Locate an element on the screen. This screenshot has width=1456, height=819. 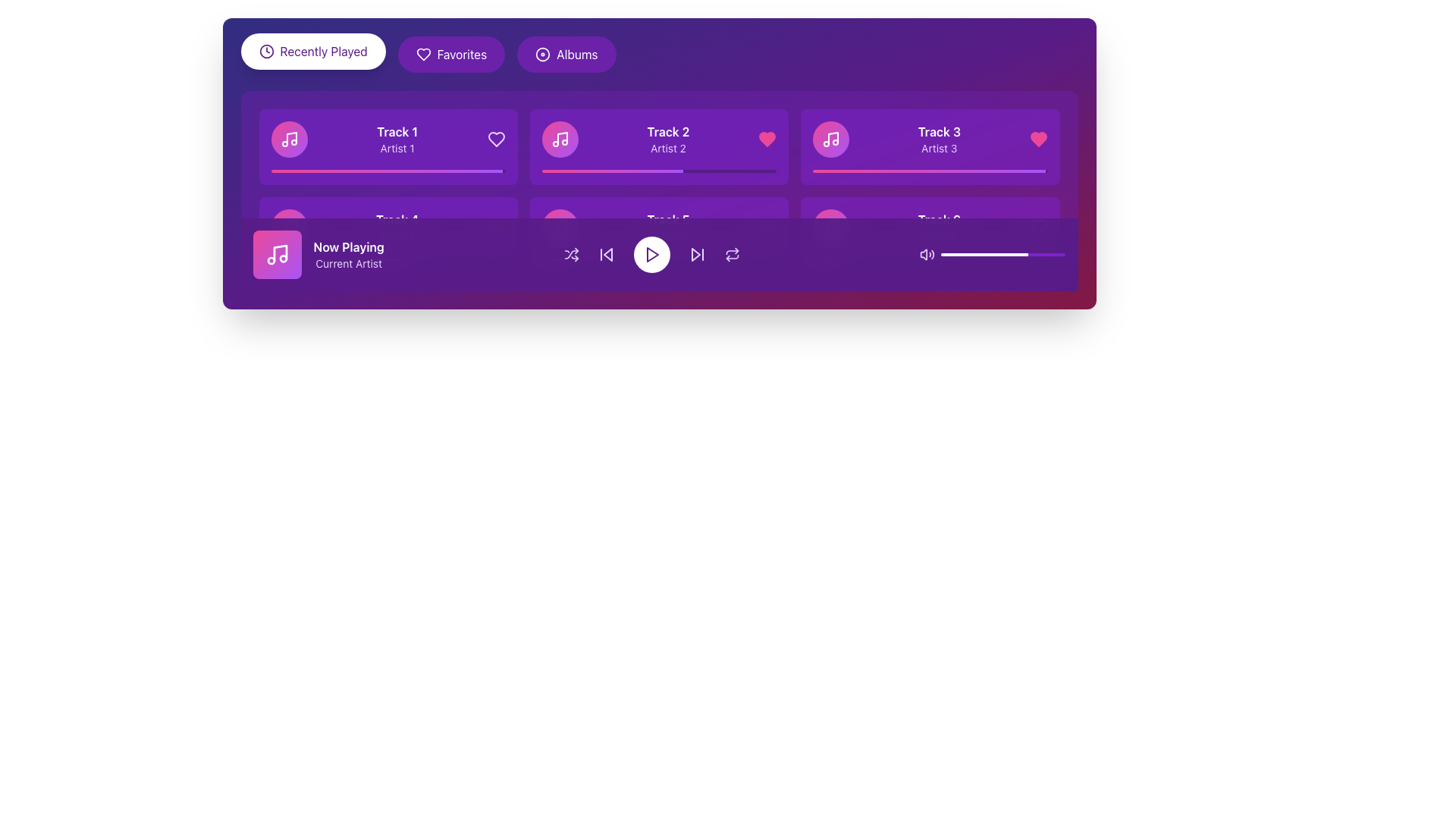
the Text Label displaying the artist's name, which is positioned directly below the 'Now Playing' text in the media player interface is located at coordinates (348, 262).